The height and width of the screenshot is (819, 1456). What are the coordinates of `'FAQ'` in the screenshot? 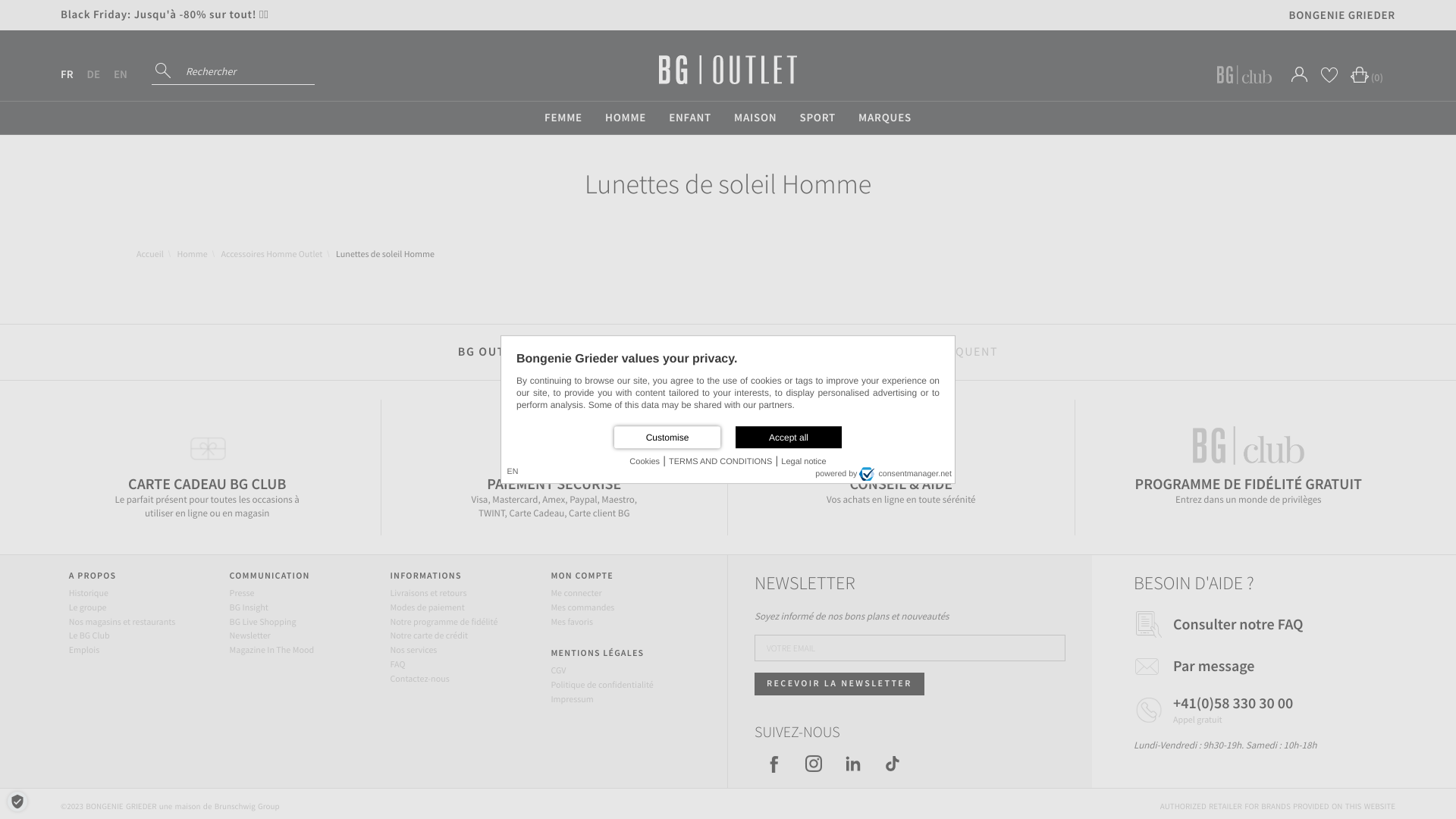 It's located at (397, 664).